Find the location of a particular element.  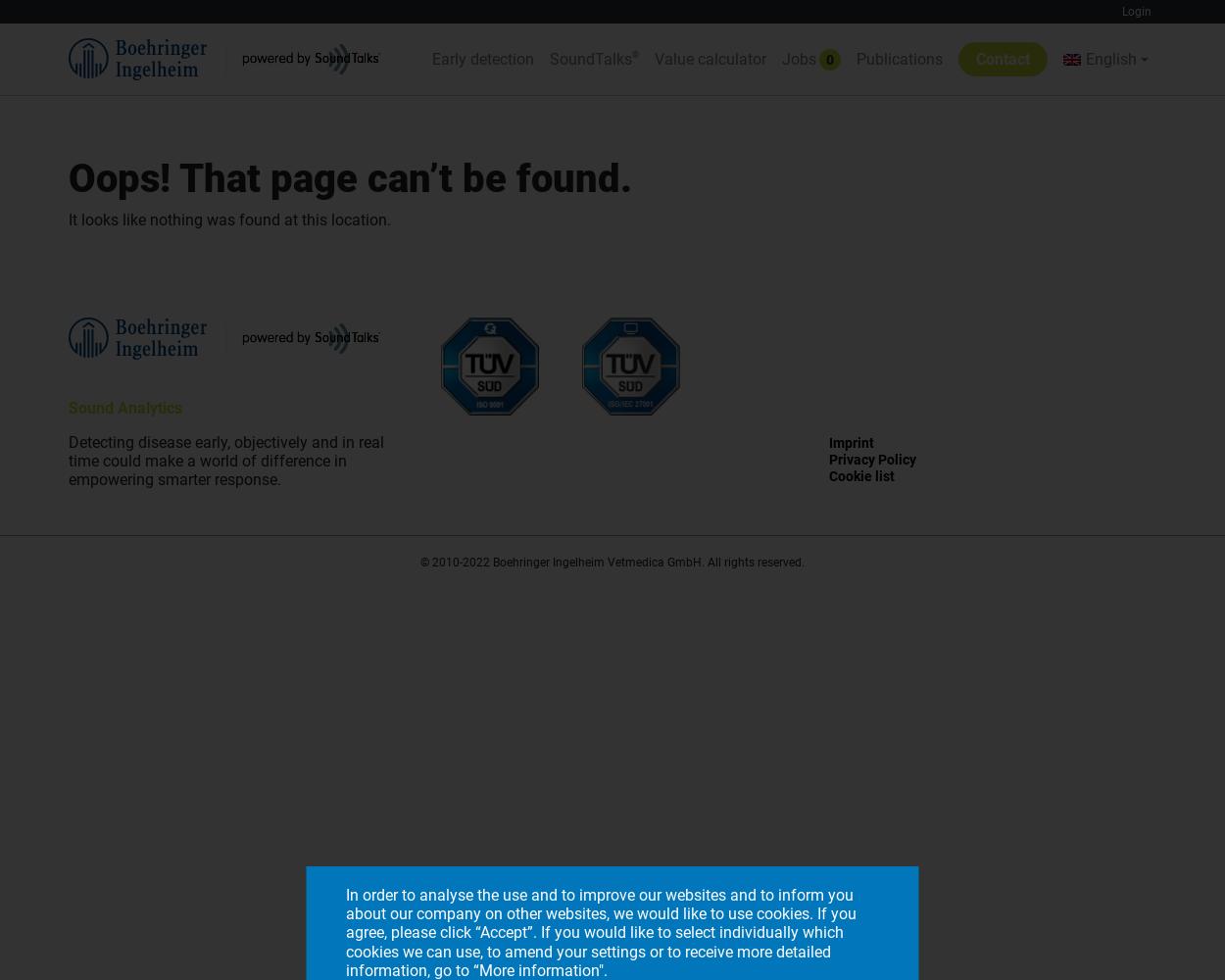

'Cookie list' is located at coordinates (860, 474).